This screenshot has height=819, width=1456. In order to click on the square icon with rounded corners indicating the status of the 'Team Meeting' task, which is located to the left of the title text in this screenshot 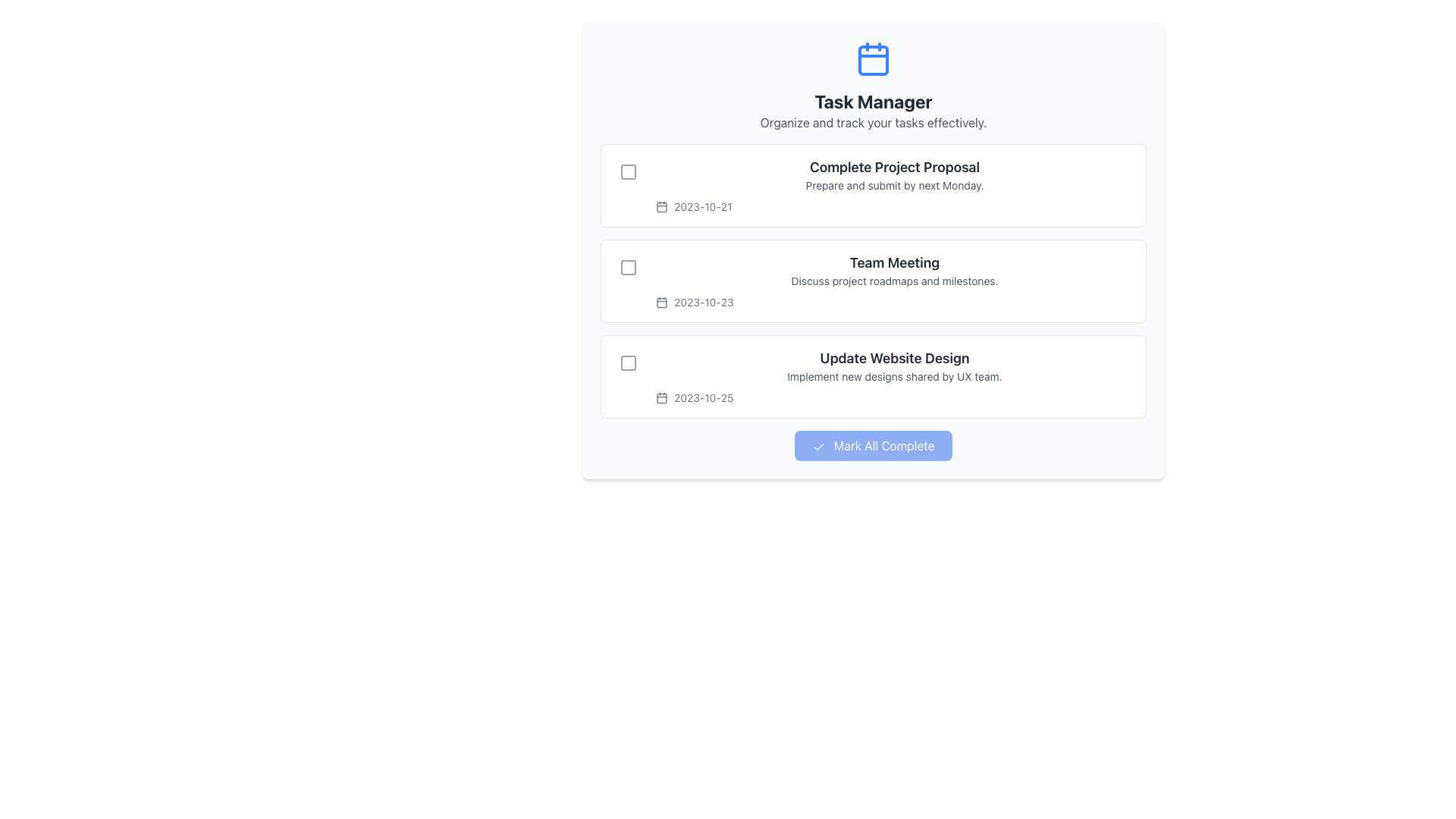, I will do `click(629, 267)`.